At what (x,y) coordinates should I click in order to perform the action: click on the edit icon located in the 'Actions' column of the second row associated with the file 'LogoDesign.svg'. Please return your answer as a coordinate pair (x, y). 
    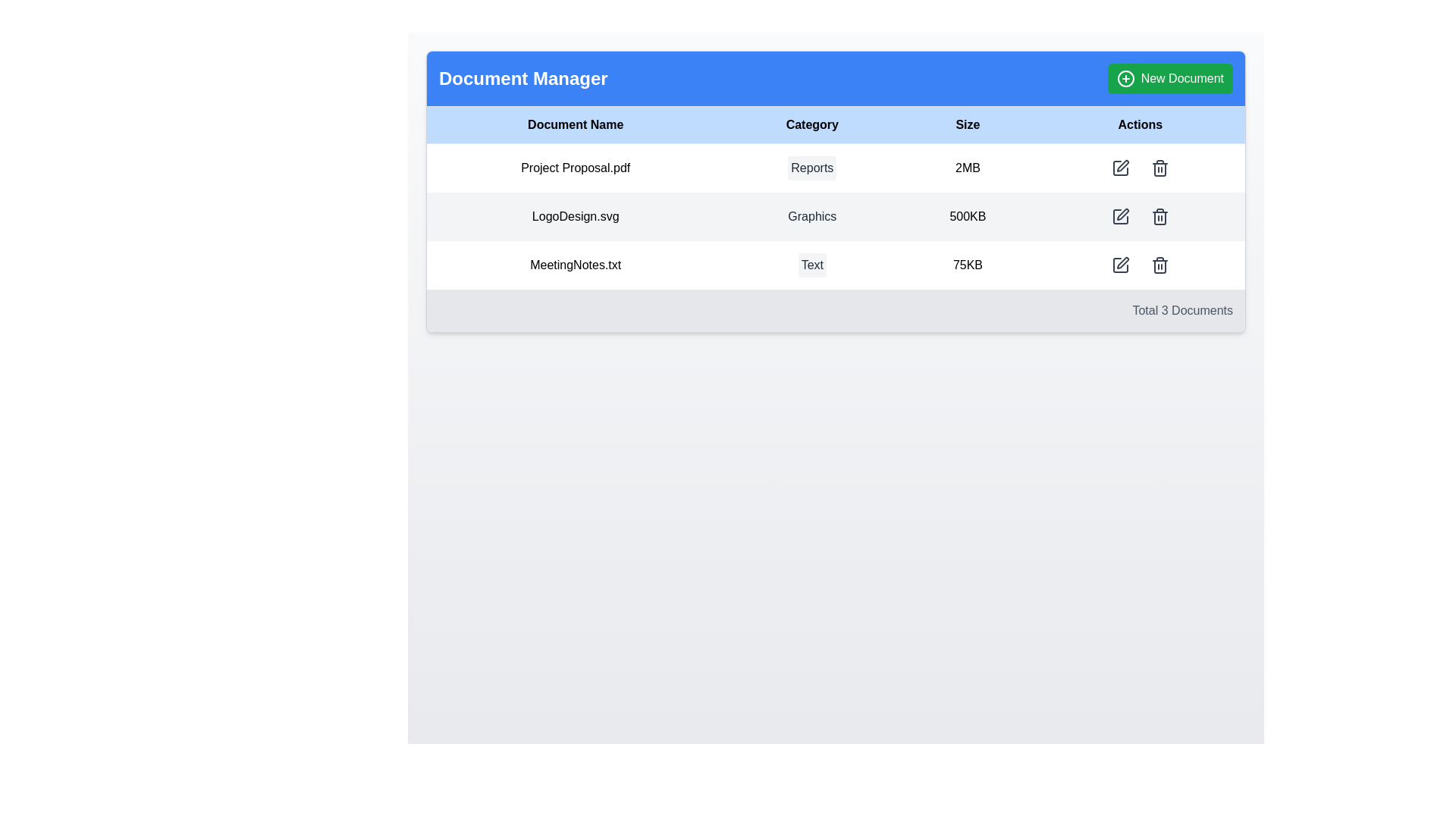
    Looking at the image, I should click on (1122, 166).